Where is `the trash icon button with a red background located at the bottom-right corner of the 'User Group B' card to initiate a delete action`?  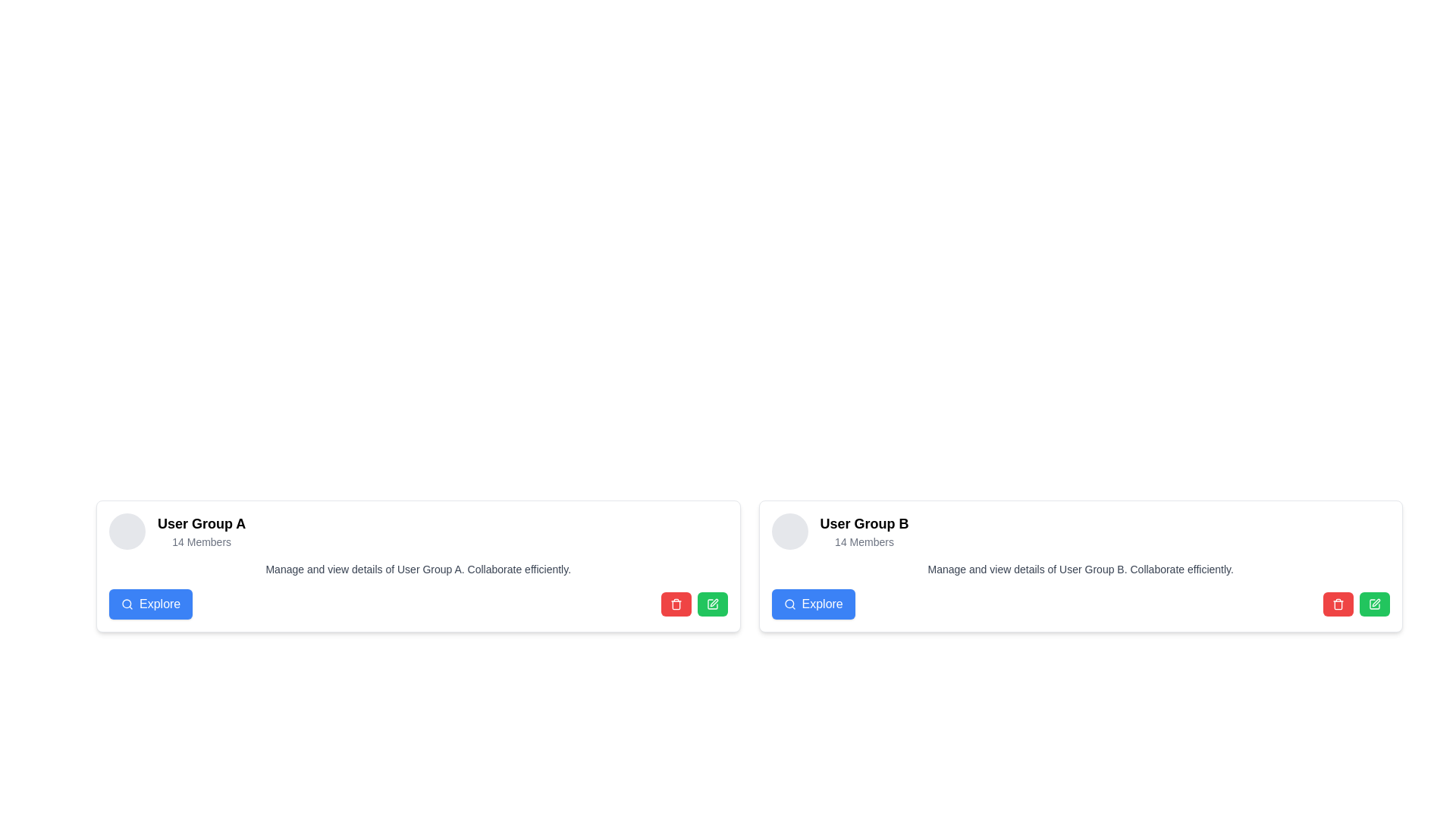 the trash icon button with a red background located at the bottom-right corner of the 'User Group B' card to initiate a delete action is located at coordinates (1338, 604).